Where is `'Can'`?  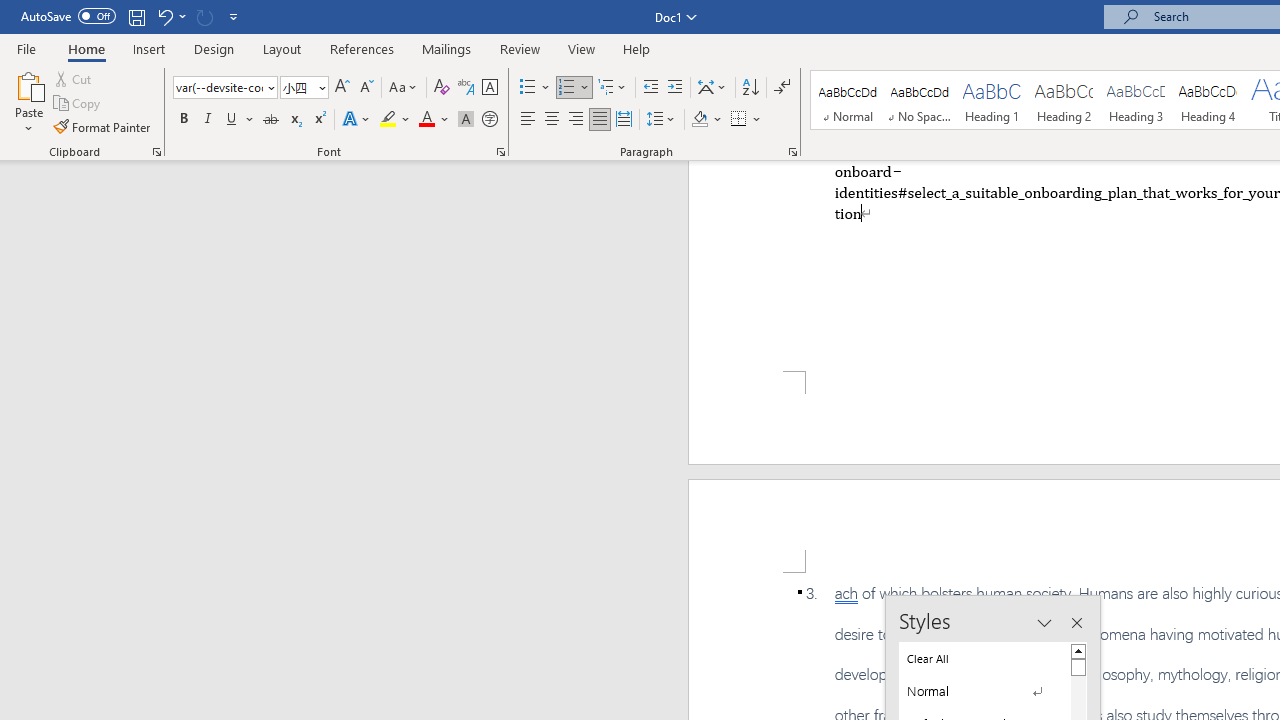
'Can' is located at coordinates (204, 16).